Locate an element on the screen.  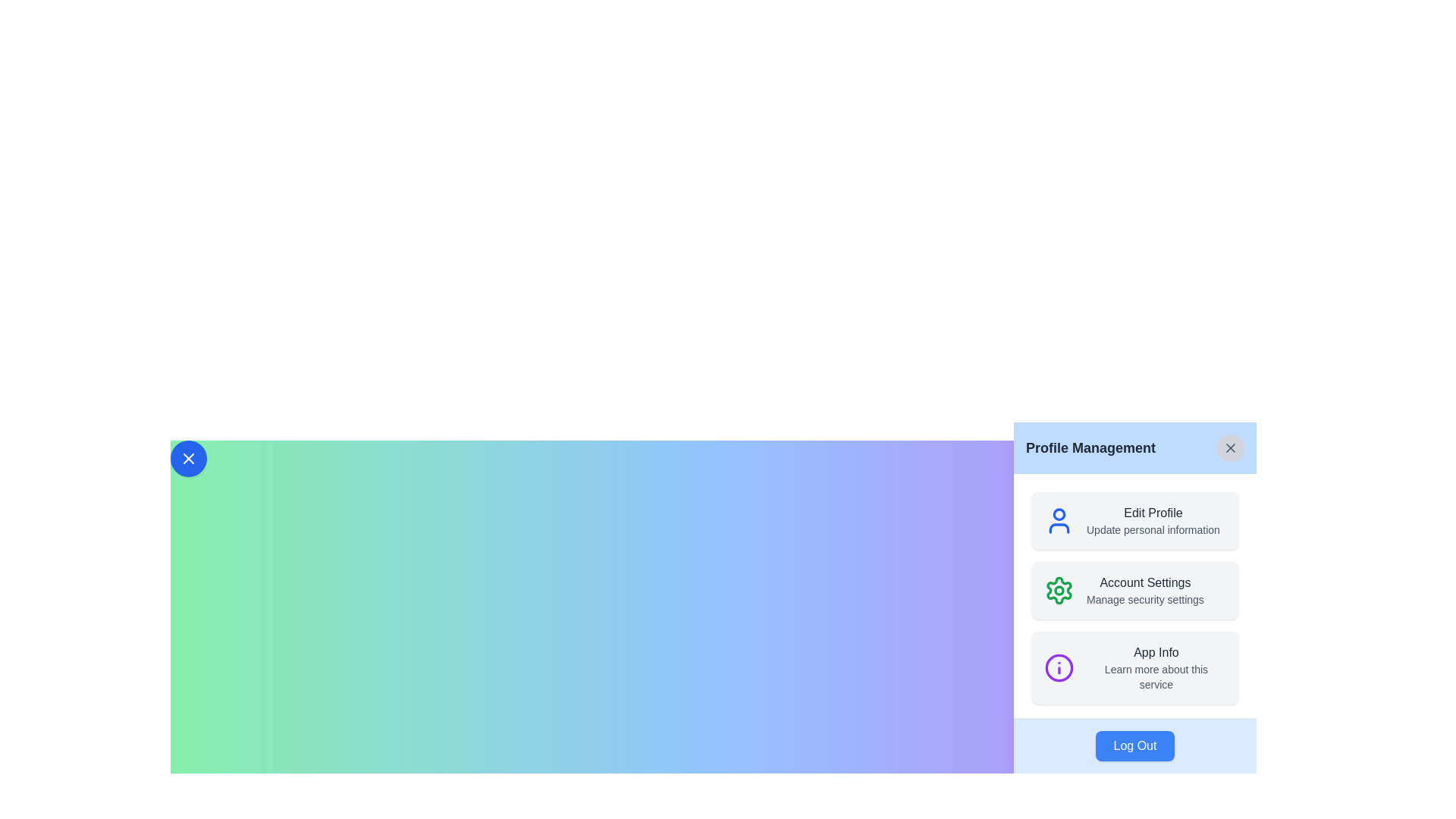
the close button located at the top-left corner of the gradient background header is located at coordinates (188, 458).